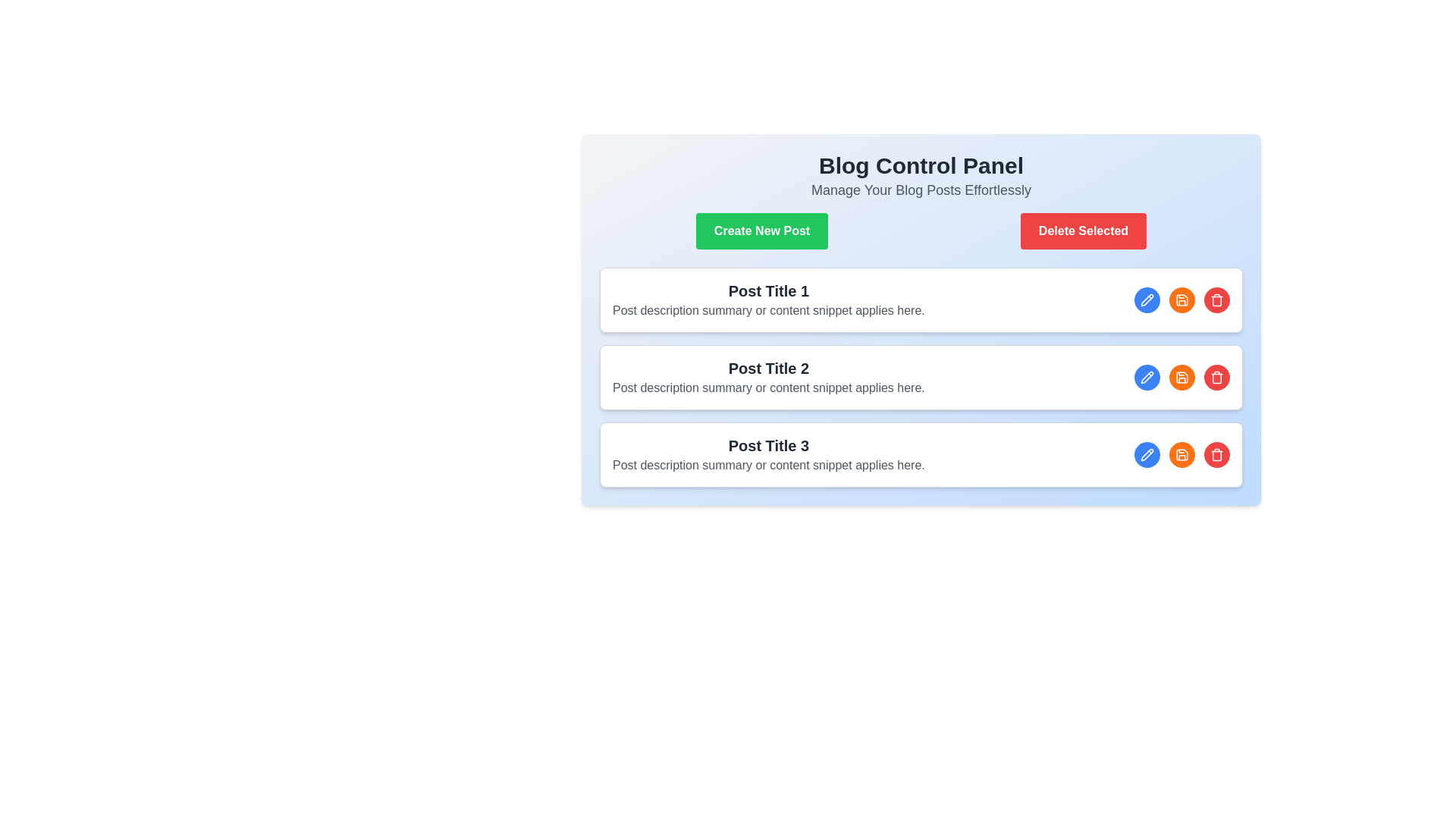 The height and width of the screenshot is (819, 1456). What do you see at coordinates (1216, 376) in the screenshot?
I see `the circular red button with a white trash icon located in the bottom right corner of the card labeled 'Post Title 3'` at bounding box center [1216, 376].